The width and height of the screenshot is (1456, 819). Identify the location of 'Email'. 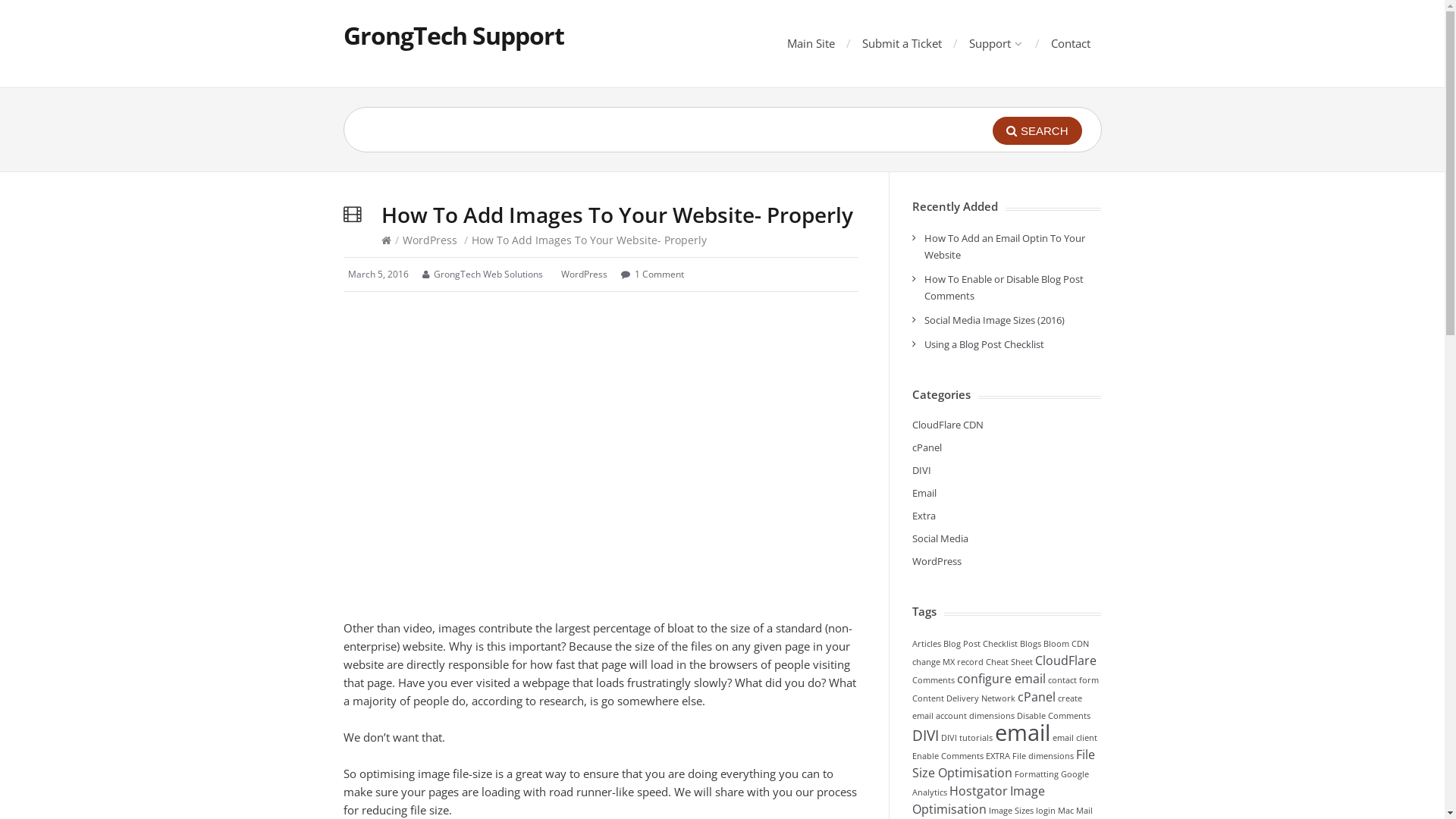
(910, 493).